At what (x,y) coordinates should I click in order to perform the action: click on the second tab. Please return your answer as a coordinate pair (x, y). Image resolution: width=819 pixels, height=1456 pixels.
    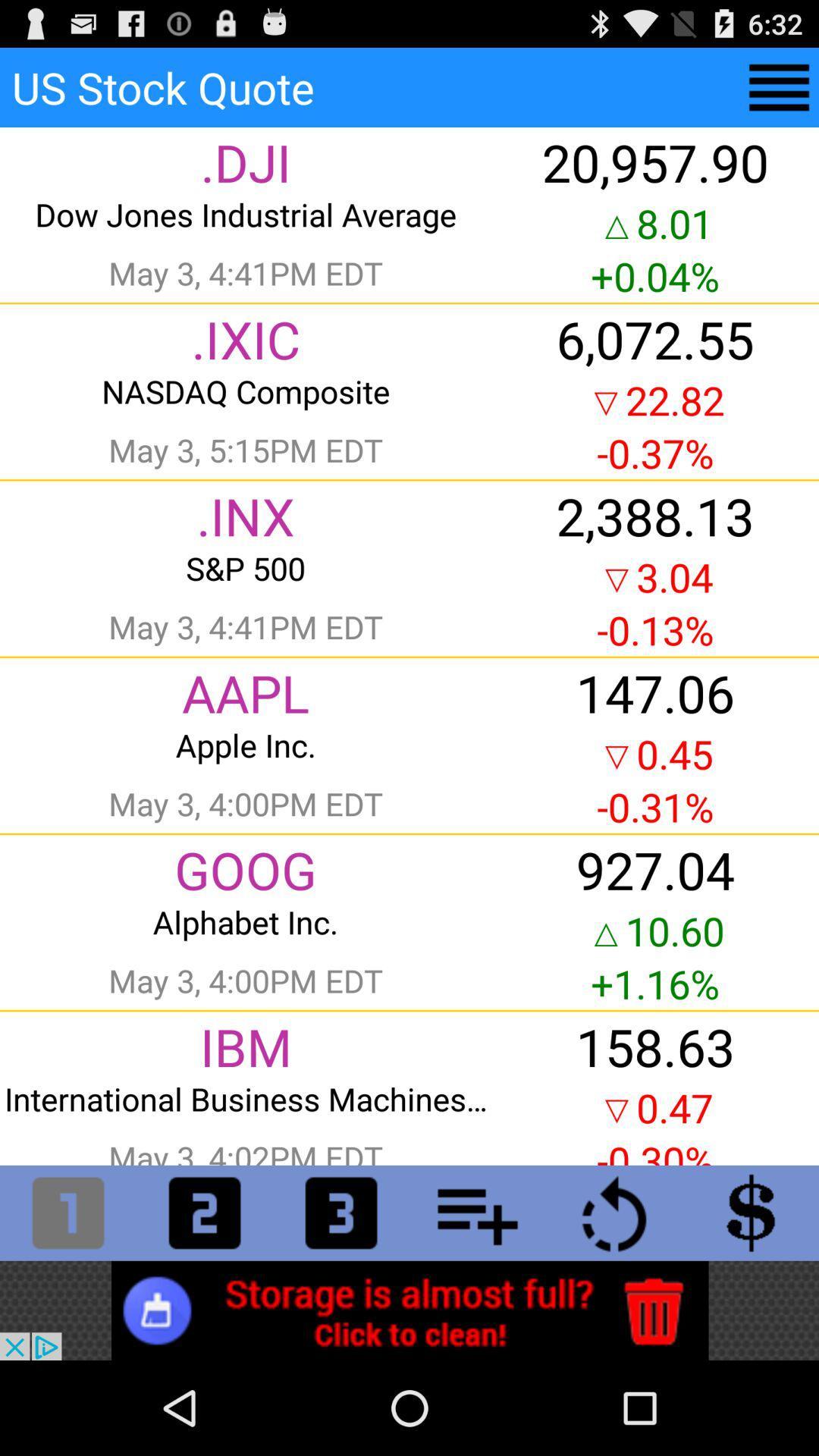
    Looking at the image, I should click on (205, 1212).